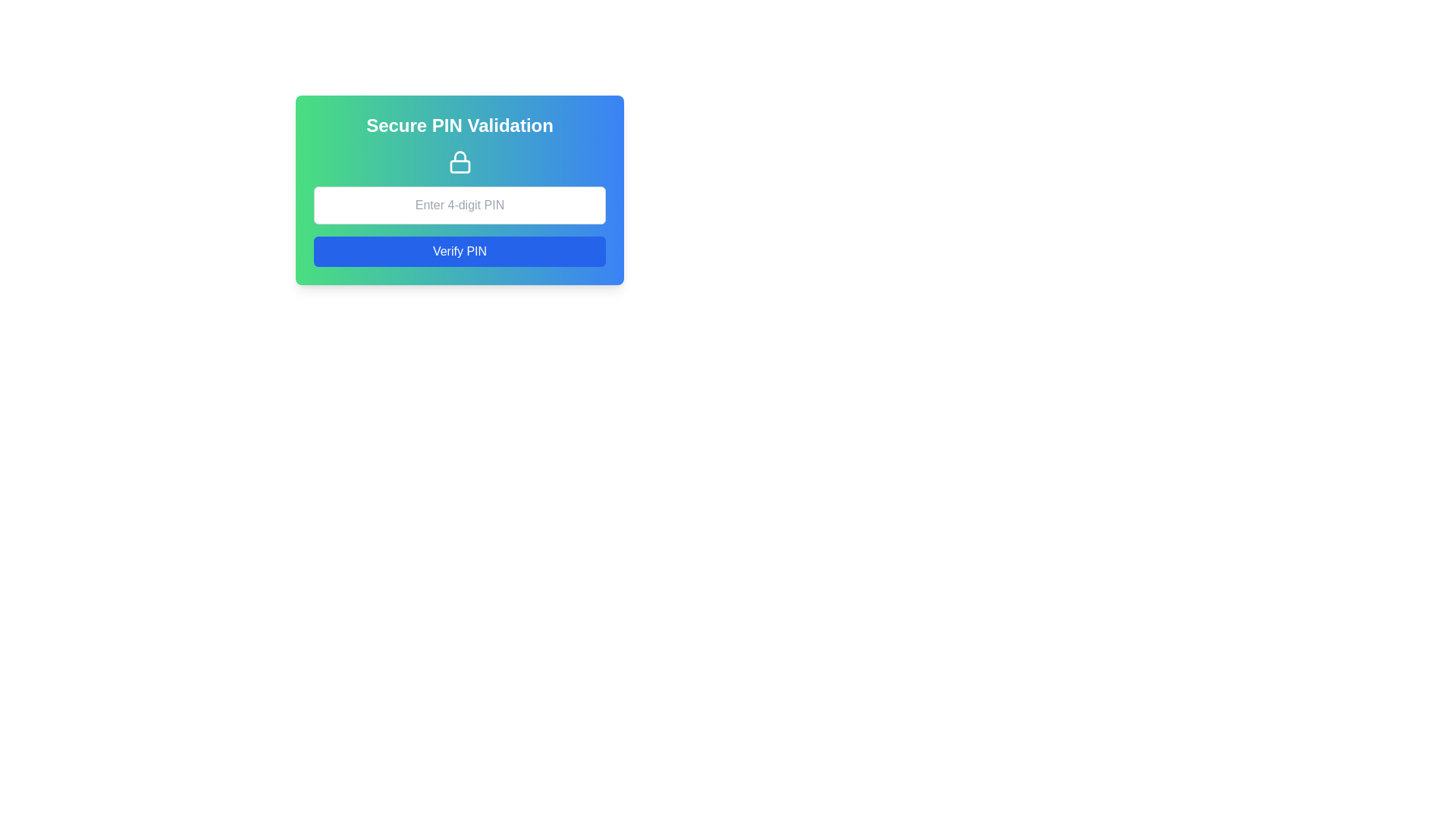  I want to click on the password input field located below the 'Secure PIN Validation' title and above the 'Verify PIN' button to focus, so click(459, 205).